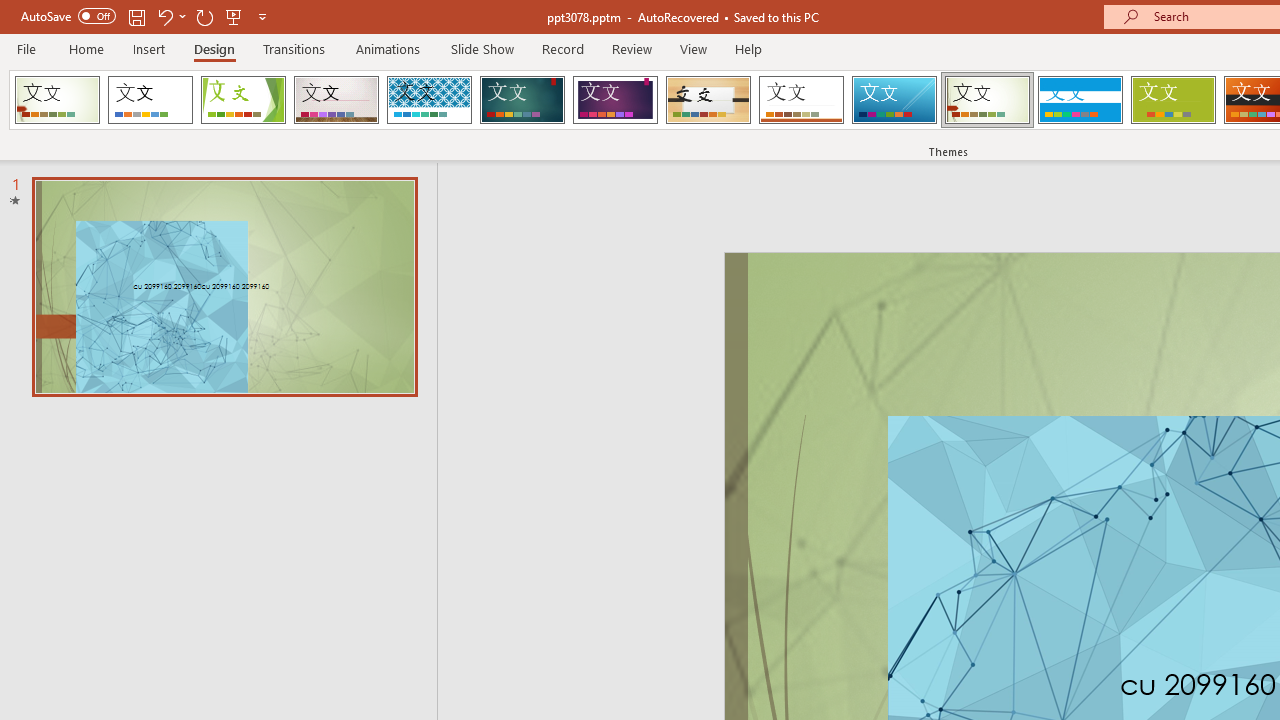 The height and width of the screenshot is (720, 1280). What do you see at coordinates (1079, 100) in the screenshot?
I see `'Banded Loading Preview...'` at bounding box center [1079, 100].